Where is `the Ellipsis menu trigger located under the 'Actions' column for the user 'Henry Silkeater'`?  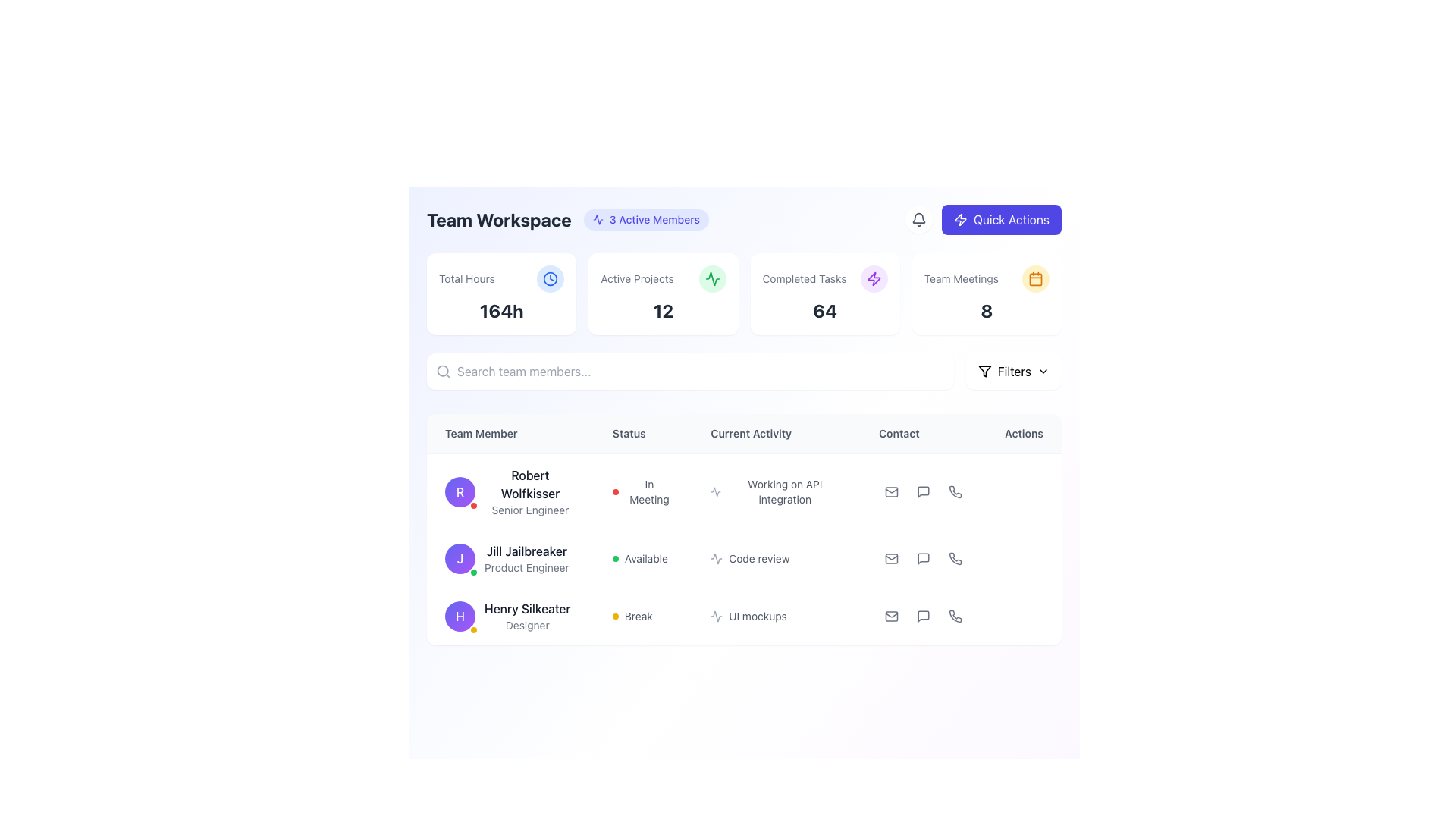
the Ellipsis menu trigger located under the 'Actions' column for the user 'Henry Silkeater' is located at coordinates (1024, 617).